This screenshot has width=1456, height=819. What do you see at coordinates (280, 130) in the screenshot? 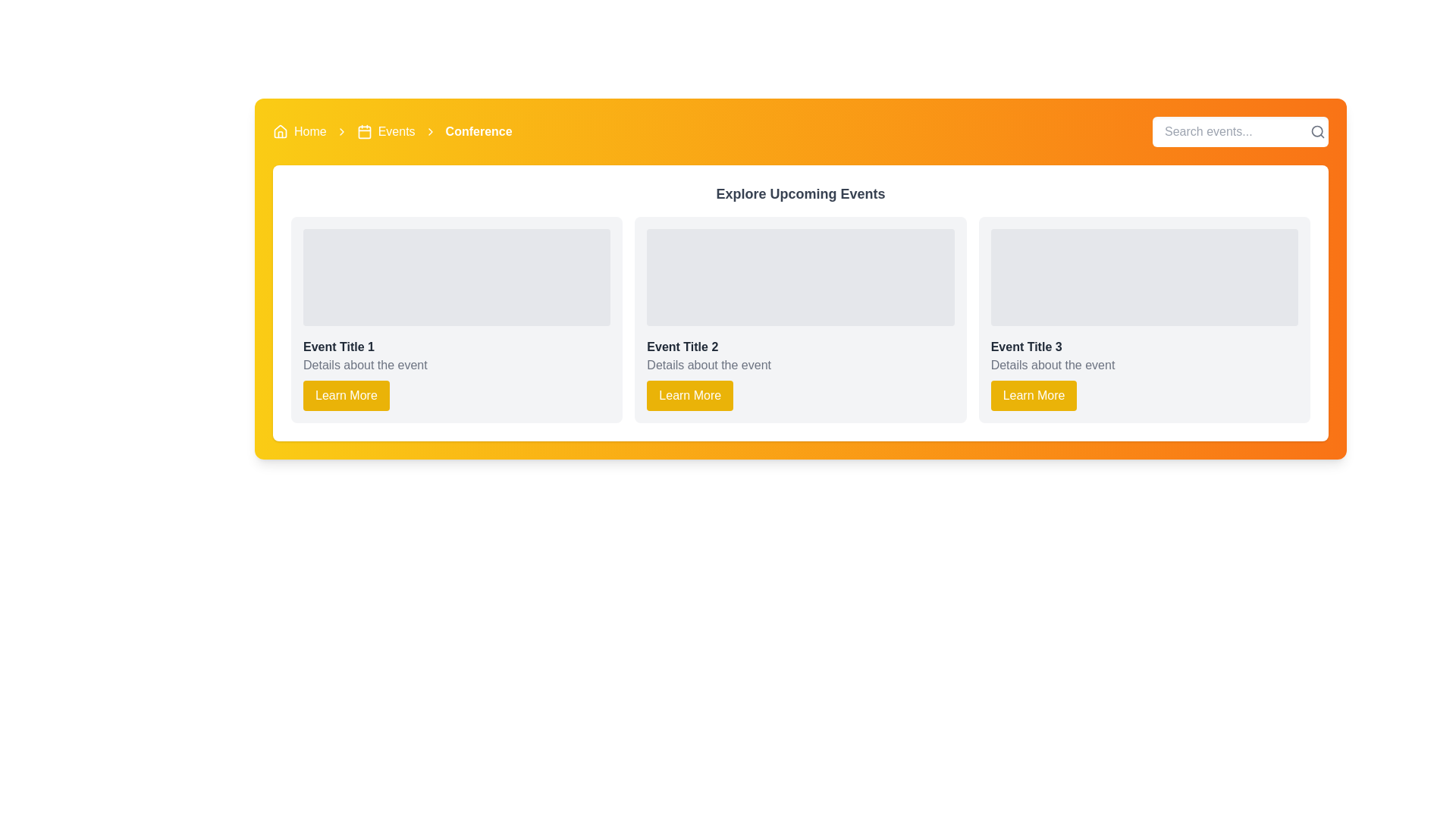
I see `the 'Home' icon in the breadcrumb navigation bar located in the top-left portion of the interface, which visually represents the starting point of the navigation structure` at bounding box center [280, 130].